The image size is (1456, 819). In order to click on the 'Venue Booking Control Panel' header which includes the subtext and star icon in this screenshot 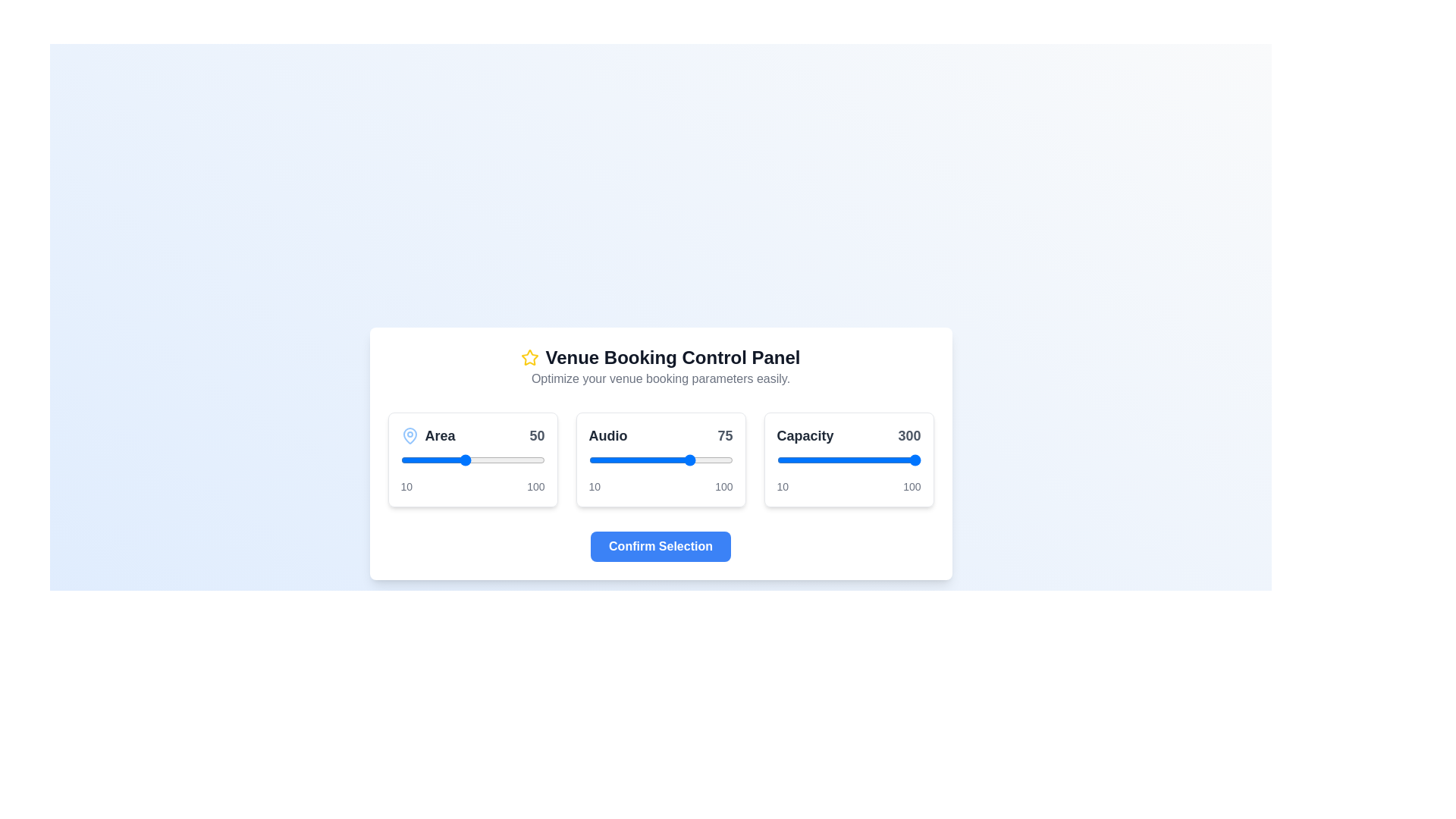, I will do `click(661, 366)`.